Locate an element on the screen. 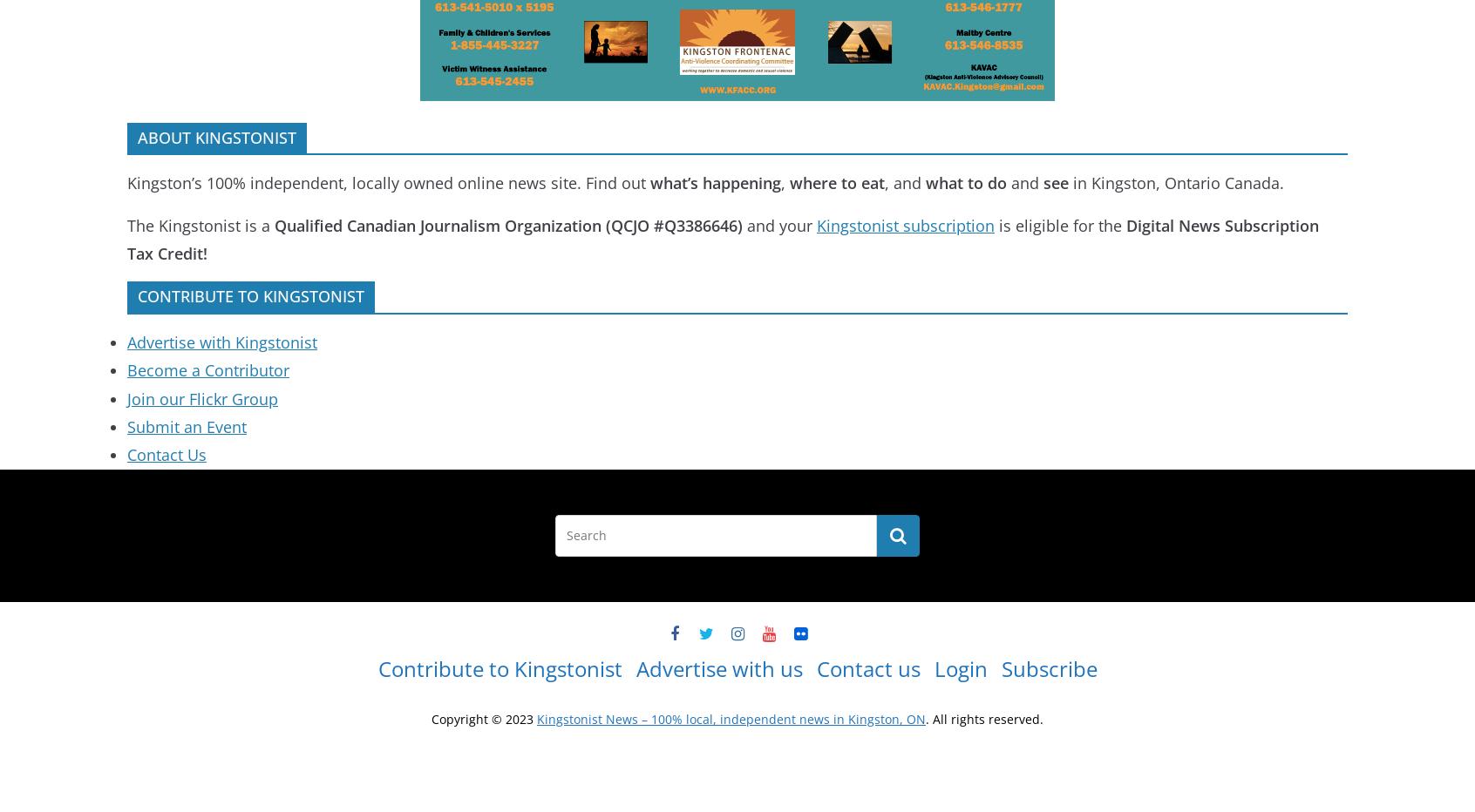 The height and width of the screenshot is (812, 1475). 'The Kingstonist is a' is located at coordinates (201, 223).